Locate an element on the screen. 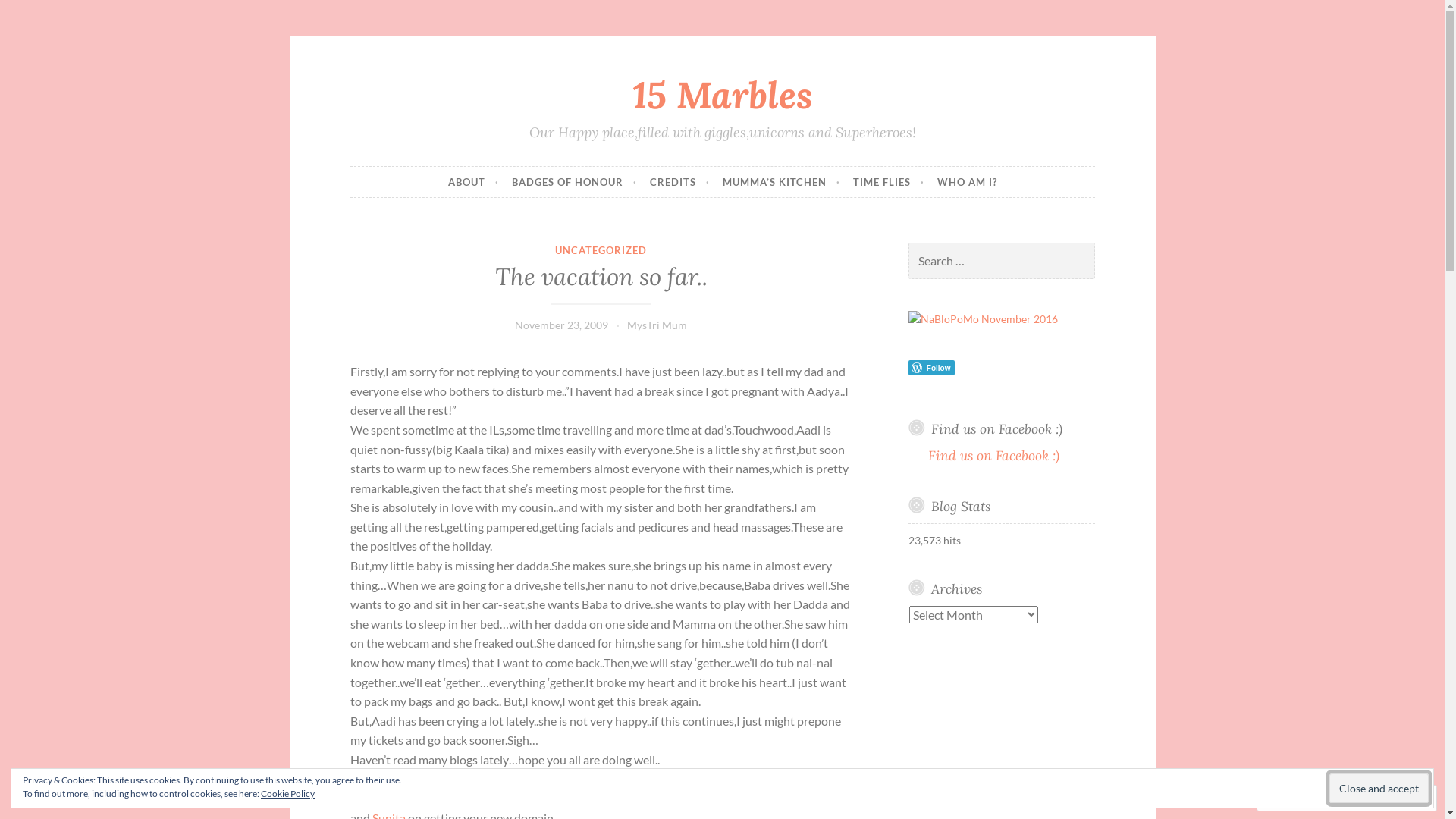  'BADGES OF HONOUR' is located at coordinates (510, 180).